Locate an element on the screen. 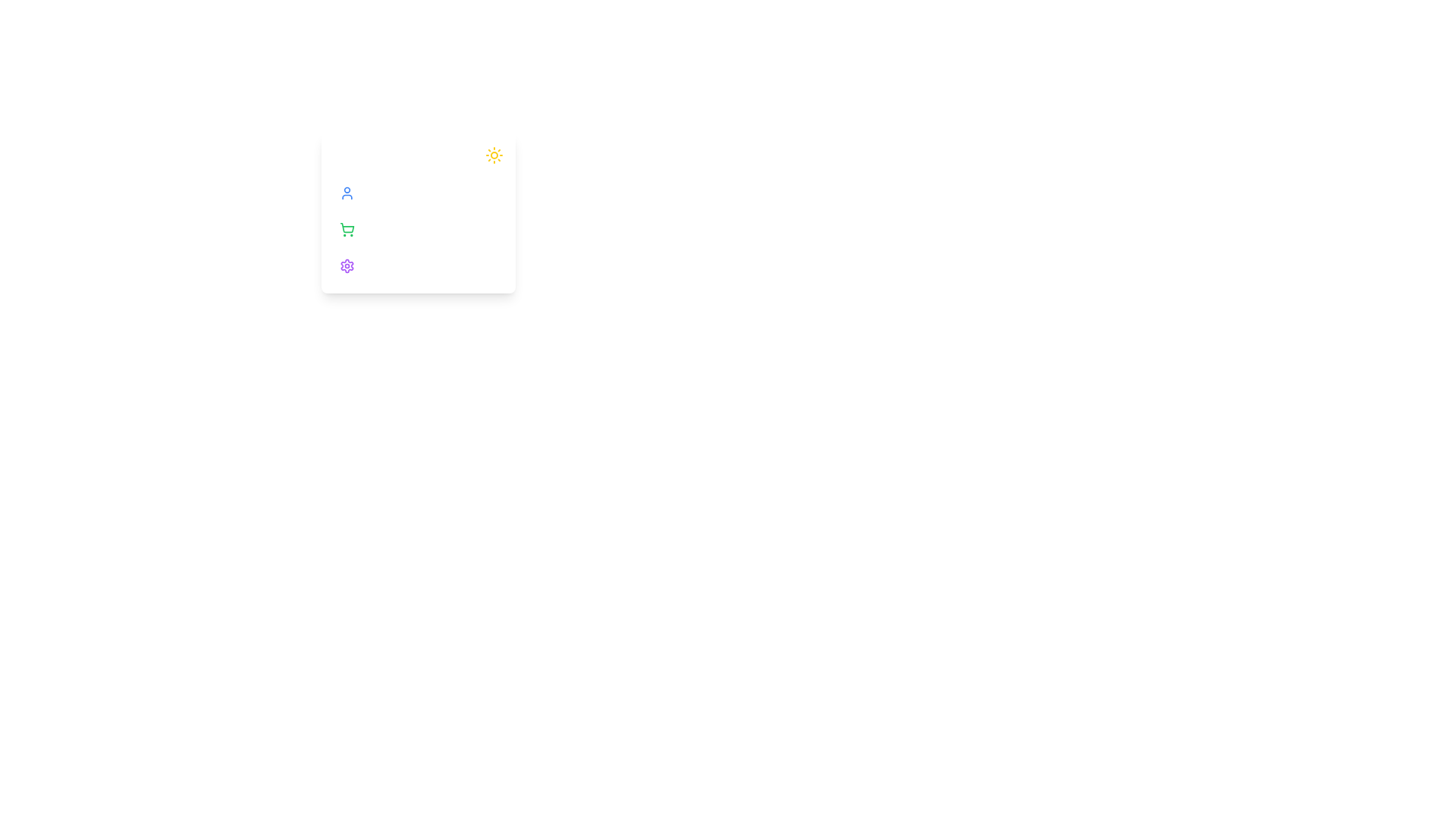 Image resolution: width=1456 pixels, height=819 pixels. the option Settings in the sidebar to view its hover effect is located at coordinates (419, 265).